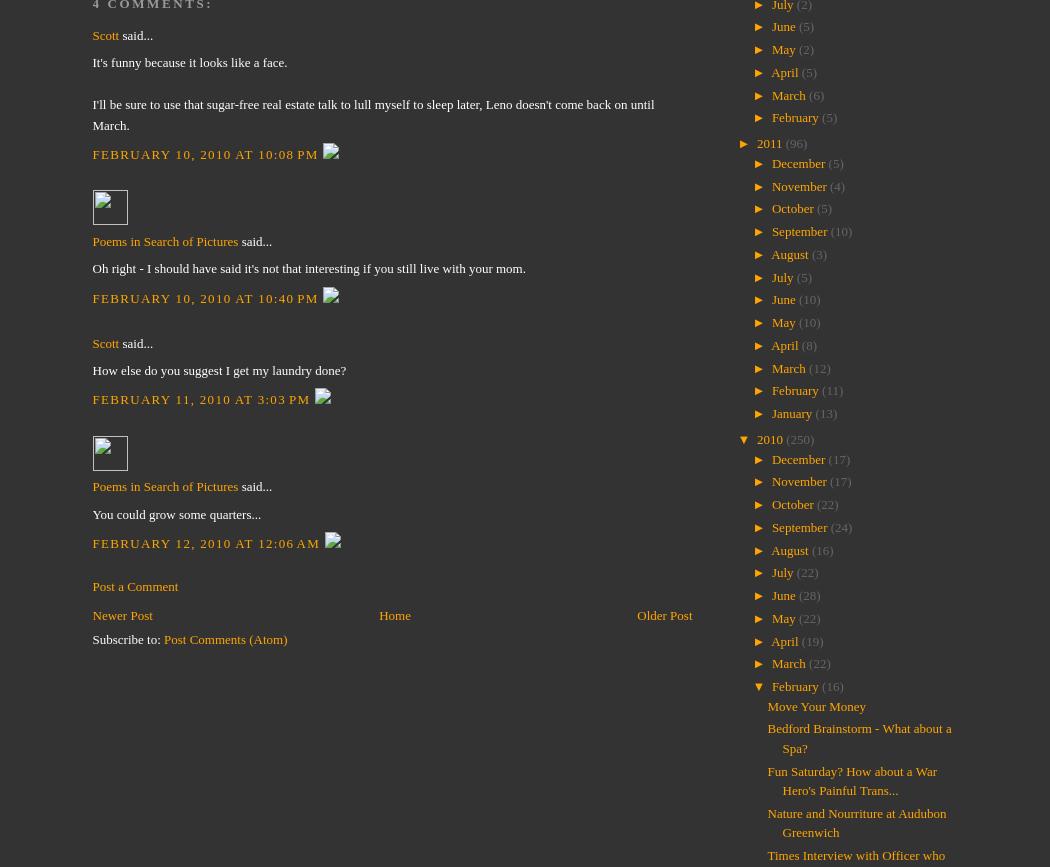 This screenshot has width=1050, height=867. Describe the element at coordinates (91, 370) in the screenshot. I see `'How else do you suggest I get my laundry done?'` at that location.